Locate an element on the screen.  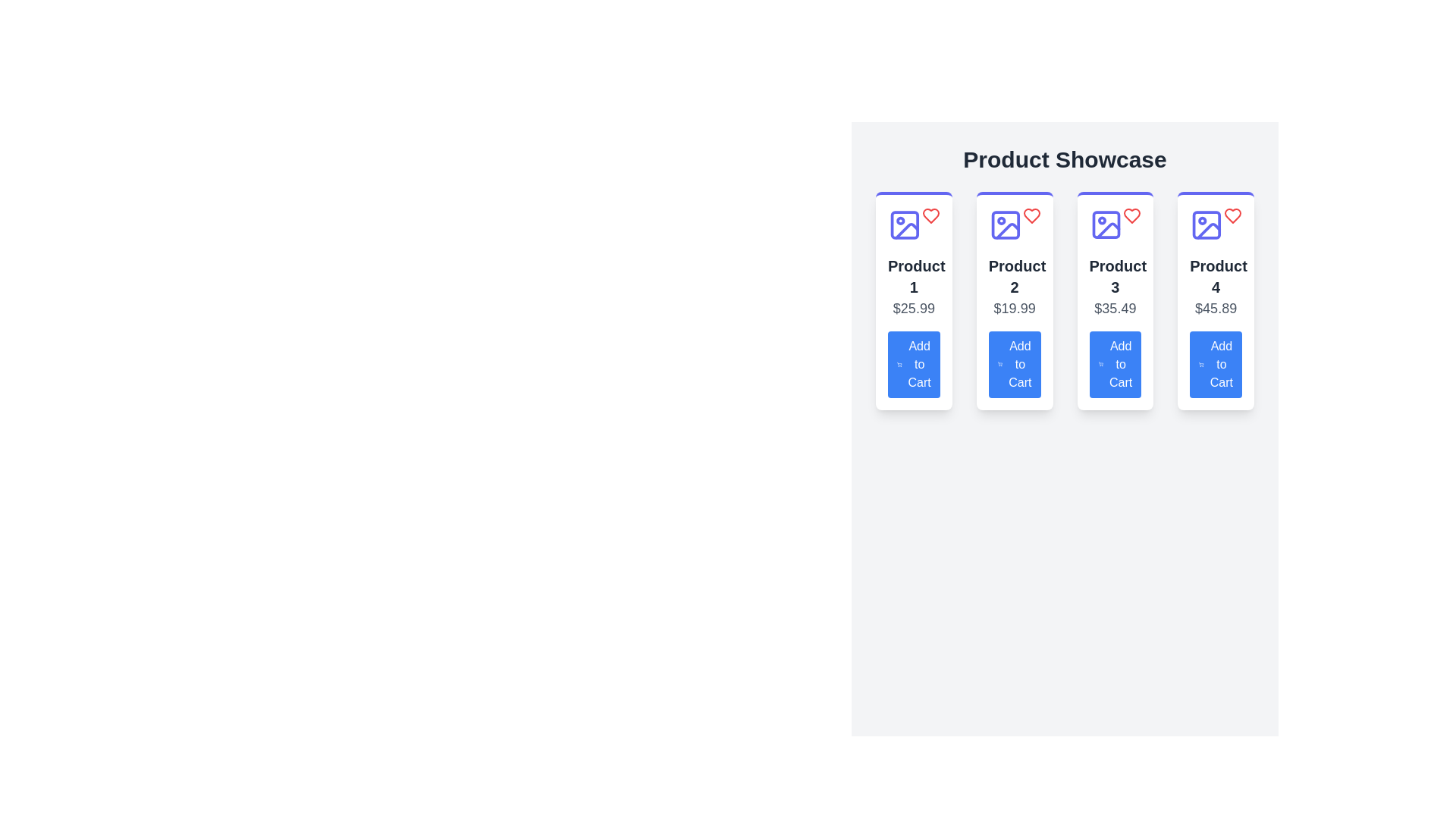
the SVG graphic that represents the action of adding a product to the cart, located inside the 'Add to Cart' button of the first product card in the product showcase layout is located at coordinates (899, 365).